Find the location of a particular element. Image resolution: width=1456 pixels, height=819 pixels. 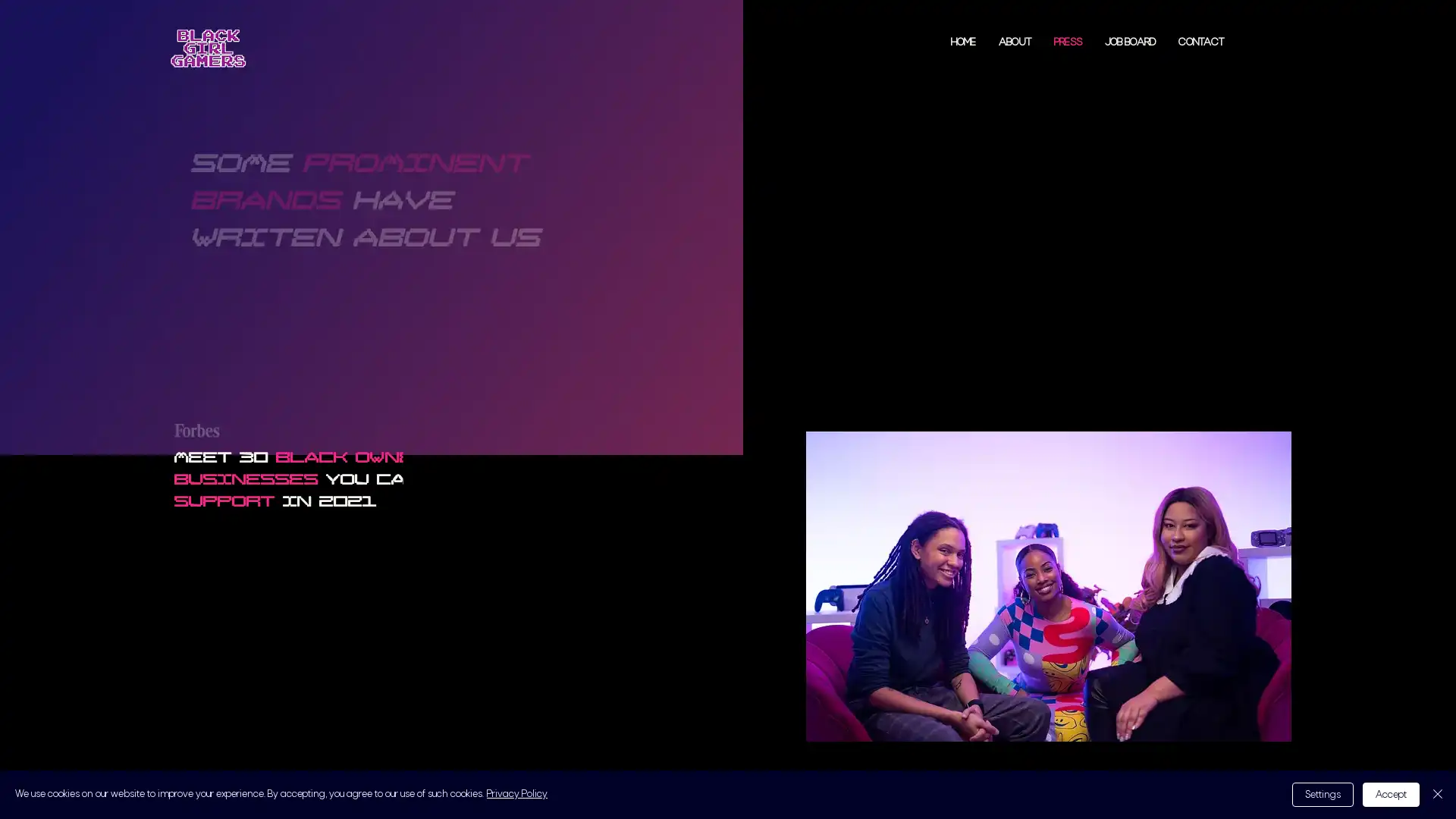

Close is located at coordinates (1437, 794).